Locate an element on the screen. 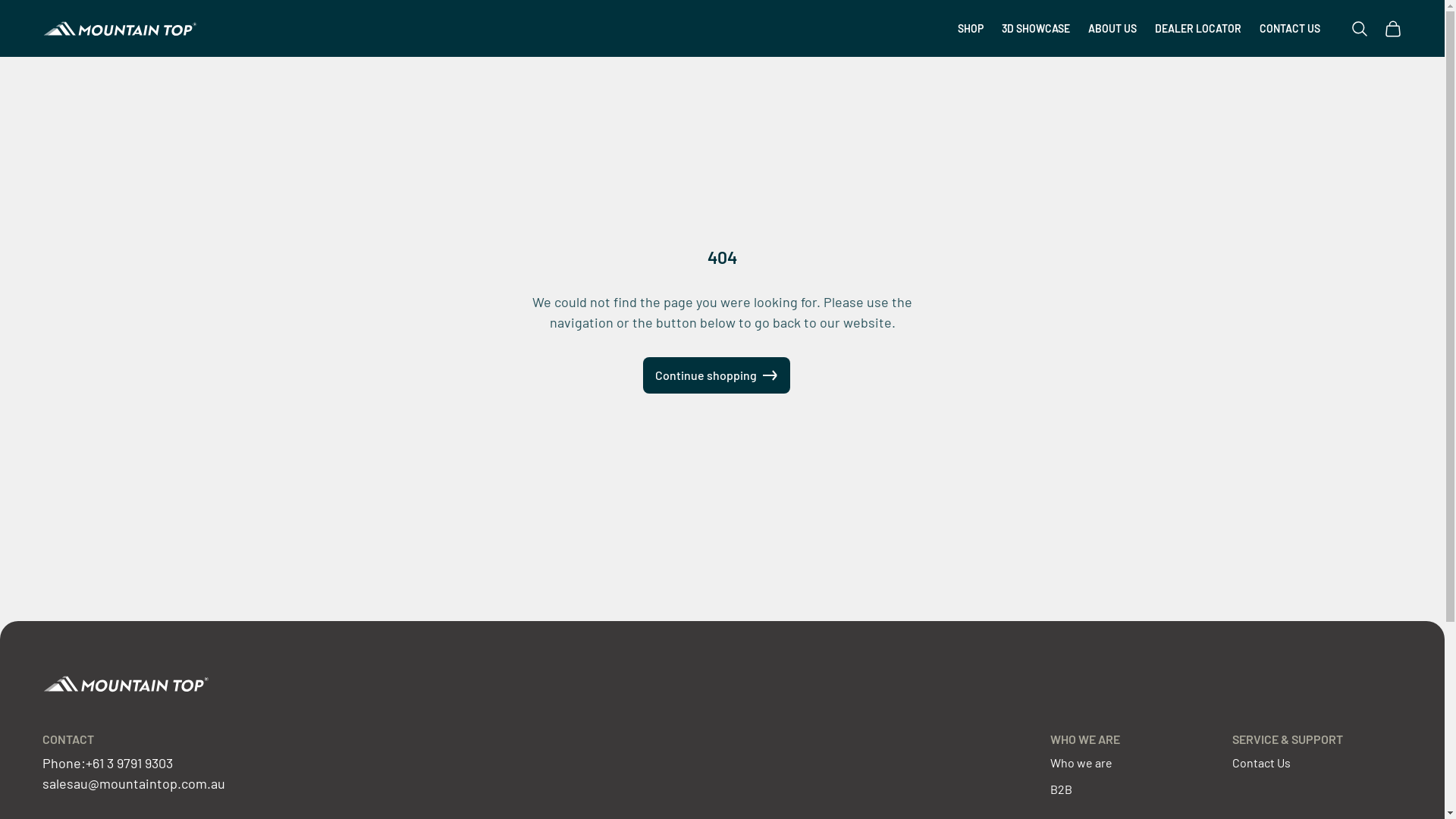 The width and height of the screenshot is (1456, 819). 'Contact Us' is located at coordinates (1232, 762).